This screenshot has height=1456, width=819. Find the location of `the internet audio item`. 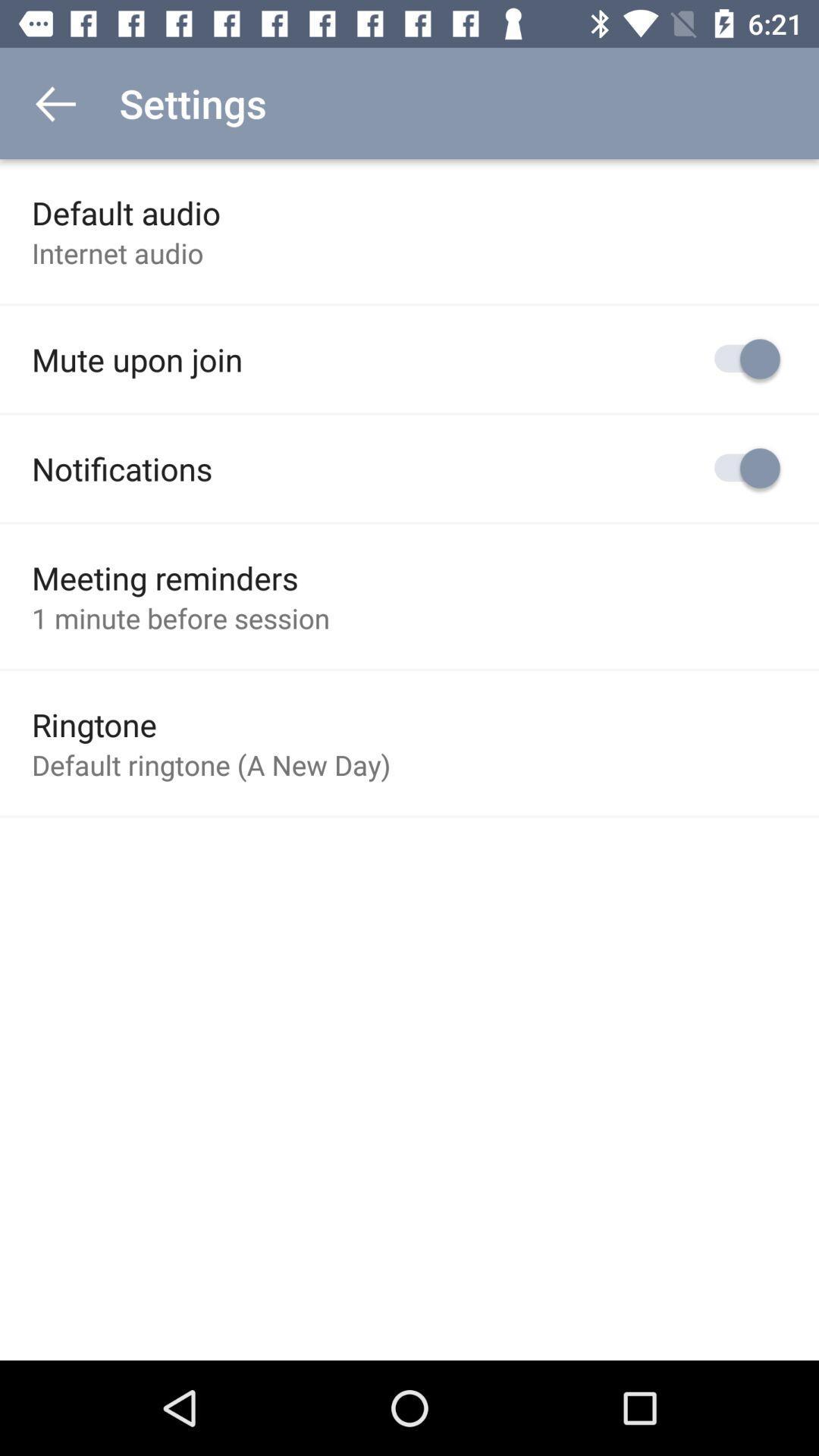

the internet audio item is located at coordinates (117, 253).